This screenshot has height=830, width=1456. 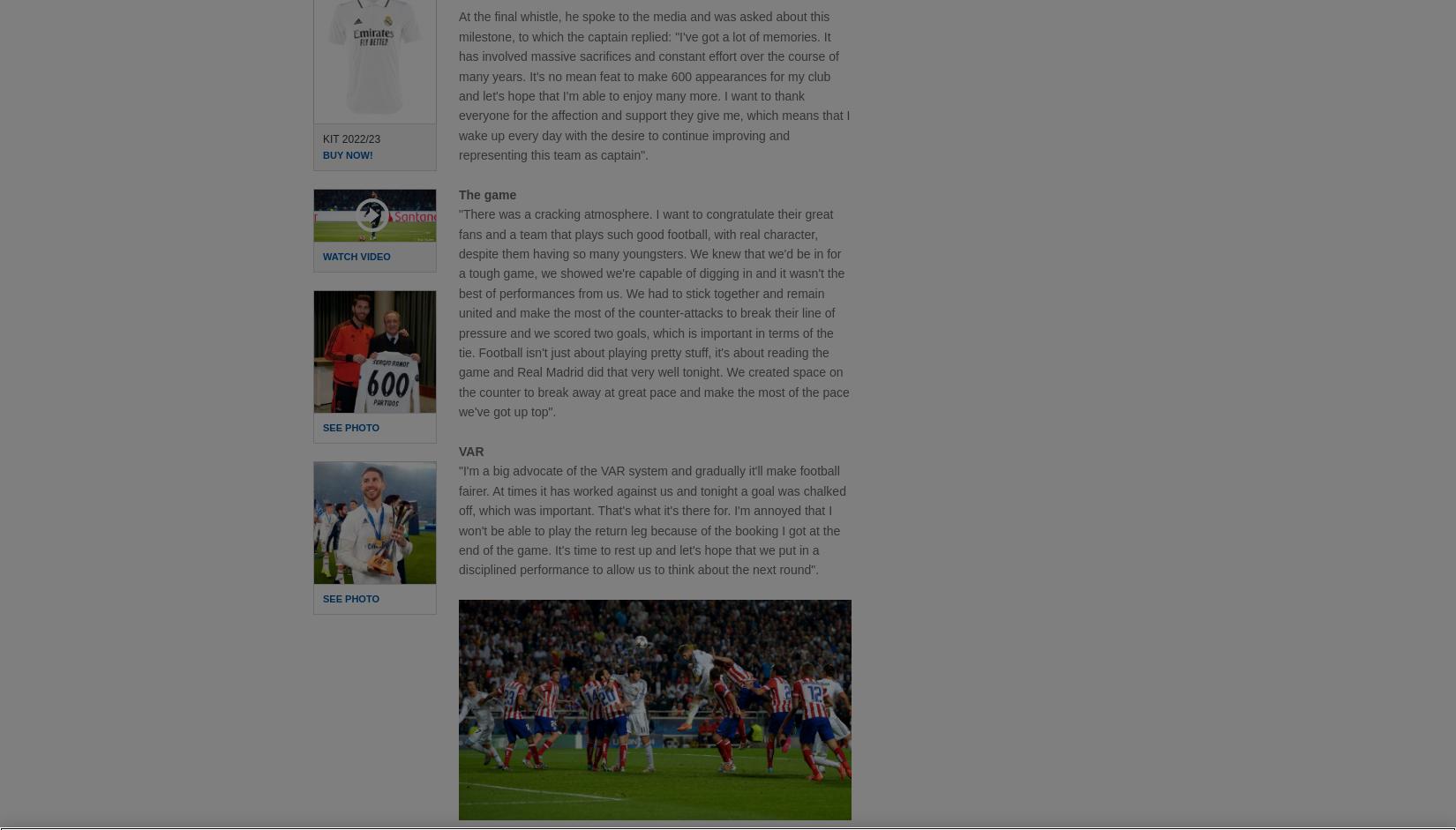 What do you see at coordinates (351, 137) in the screenshot?
I see `'Kit 2022/23'` at bounding box center [351, 137].